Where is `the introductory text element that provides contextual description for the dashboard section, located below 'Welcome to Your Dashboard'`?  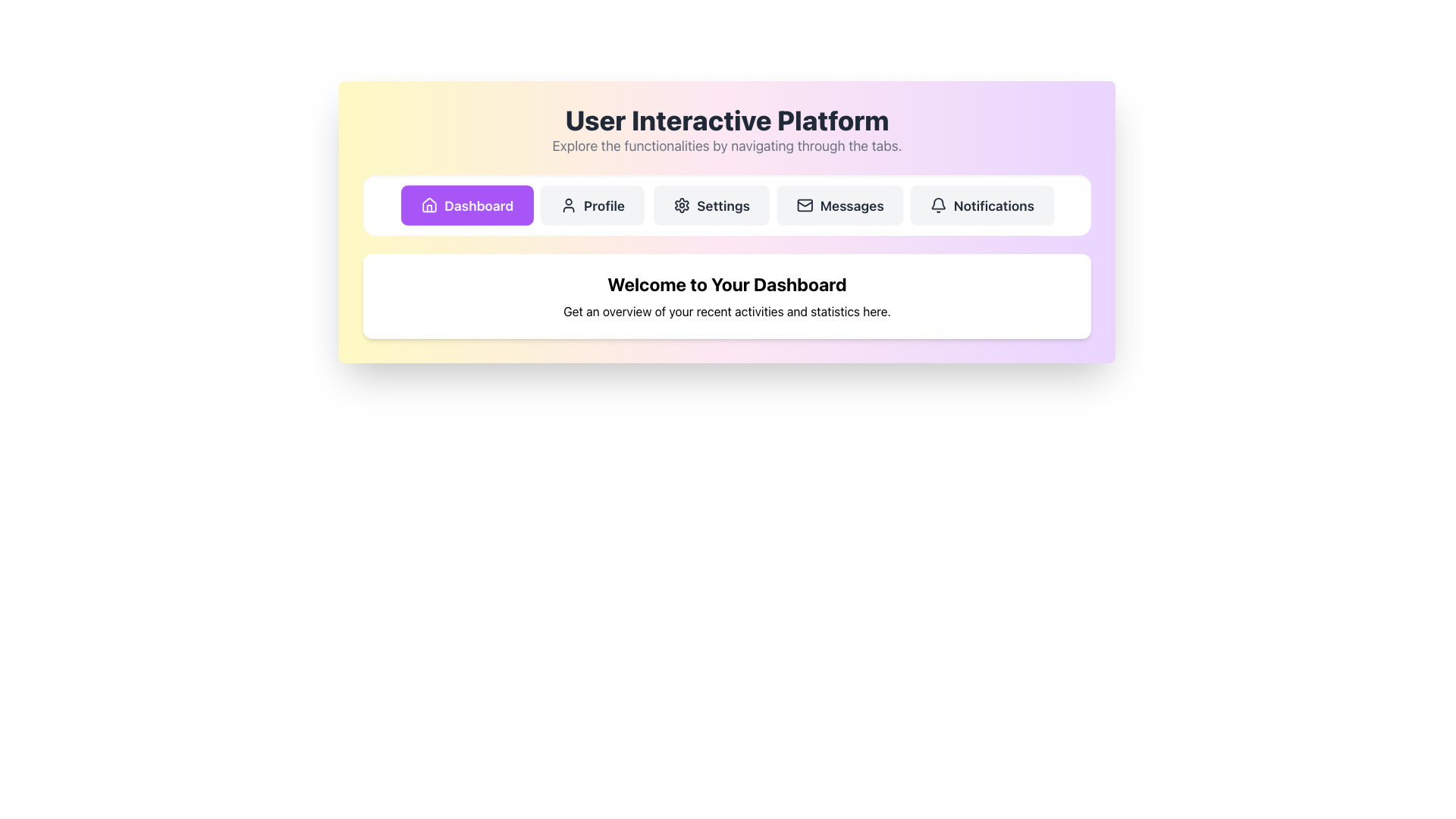 the introductory text element that provides contextual description for the dashboard section, located below 'Welcome to Your Dashboard' is located at coordinates (726, 311).